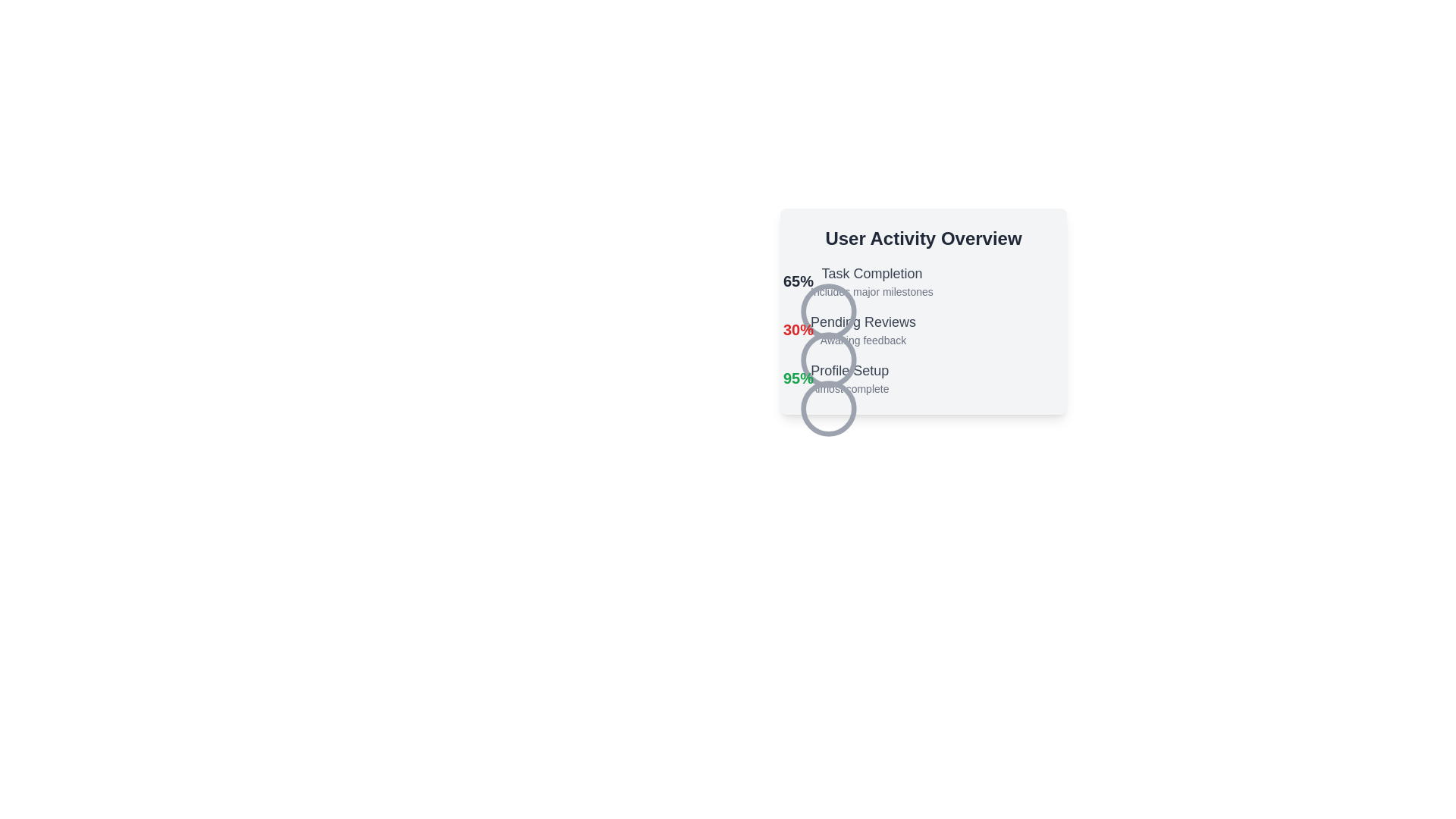 This screenshot has height=819, width=1456. What do you see at coordinates (828, 359) in the screenshot?
I see `the circular vector graphic icon, which is part of the user activity metrics section located directly below the 'Profile Setup' text` at bounding box center [828, 359].